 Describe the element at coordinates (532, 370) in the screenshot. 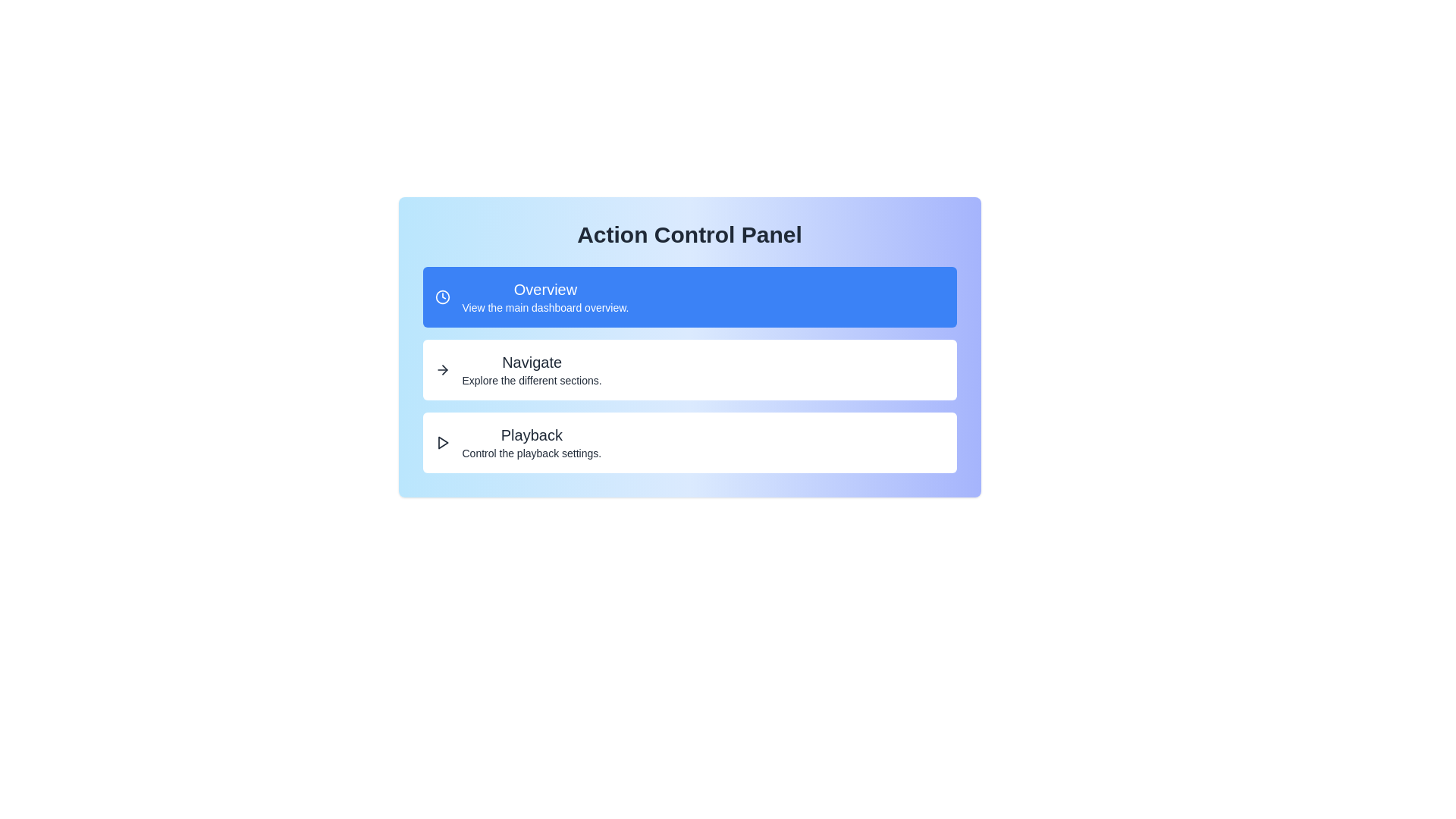

I see `the 'Navigate' text block, which contains the lines 'Navigate' in bold and 'Explore the different sections.' in regular font, located in the middle section of the blue gradient panel` at that location.